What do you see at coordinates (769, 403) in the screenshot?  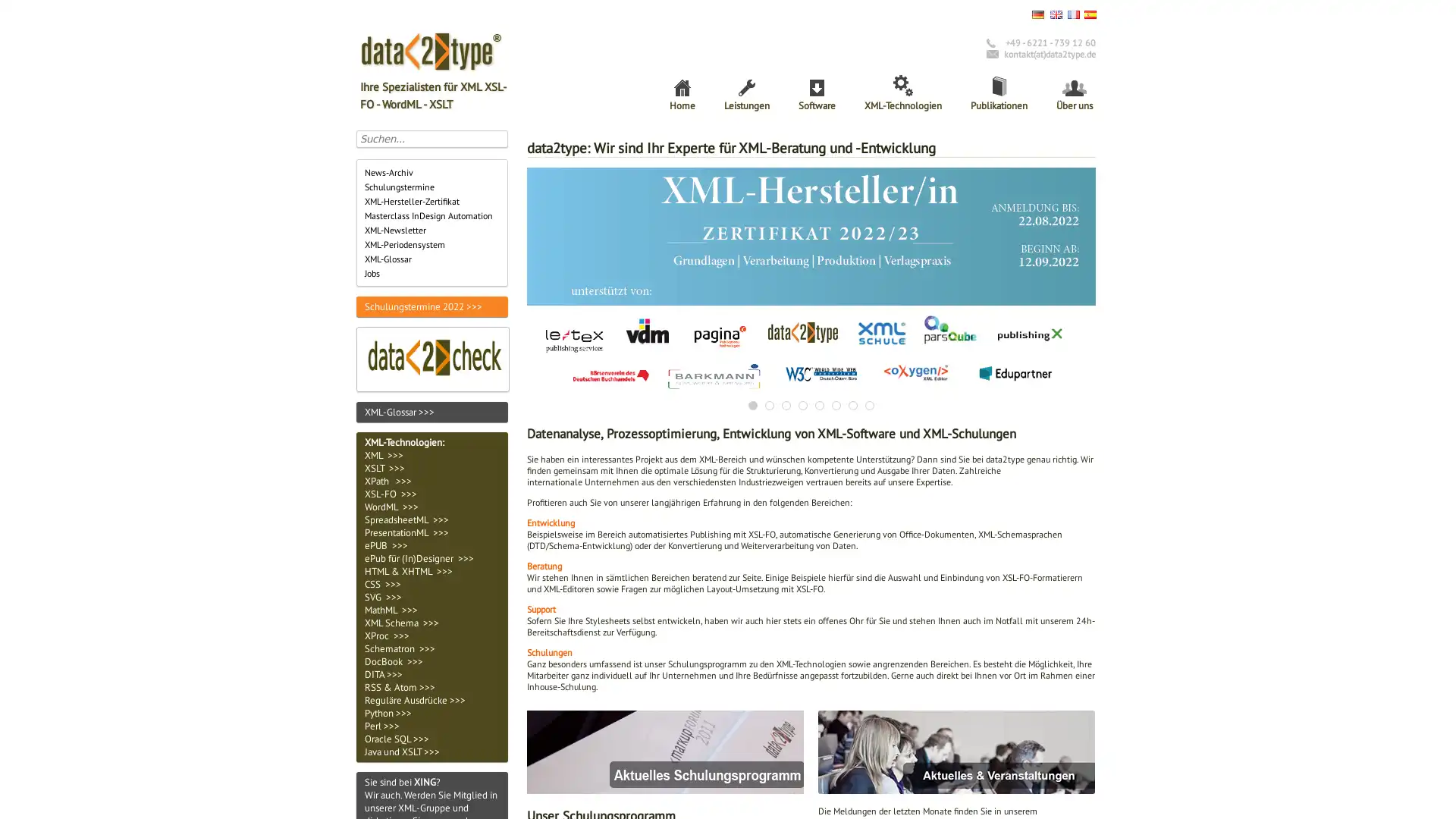 I see `Carousel Page 2` at bounding box center [769, 403].